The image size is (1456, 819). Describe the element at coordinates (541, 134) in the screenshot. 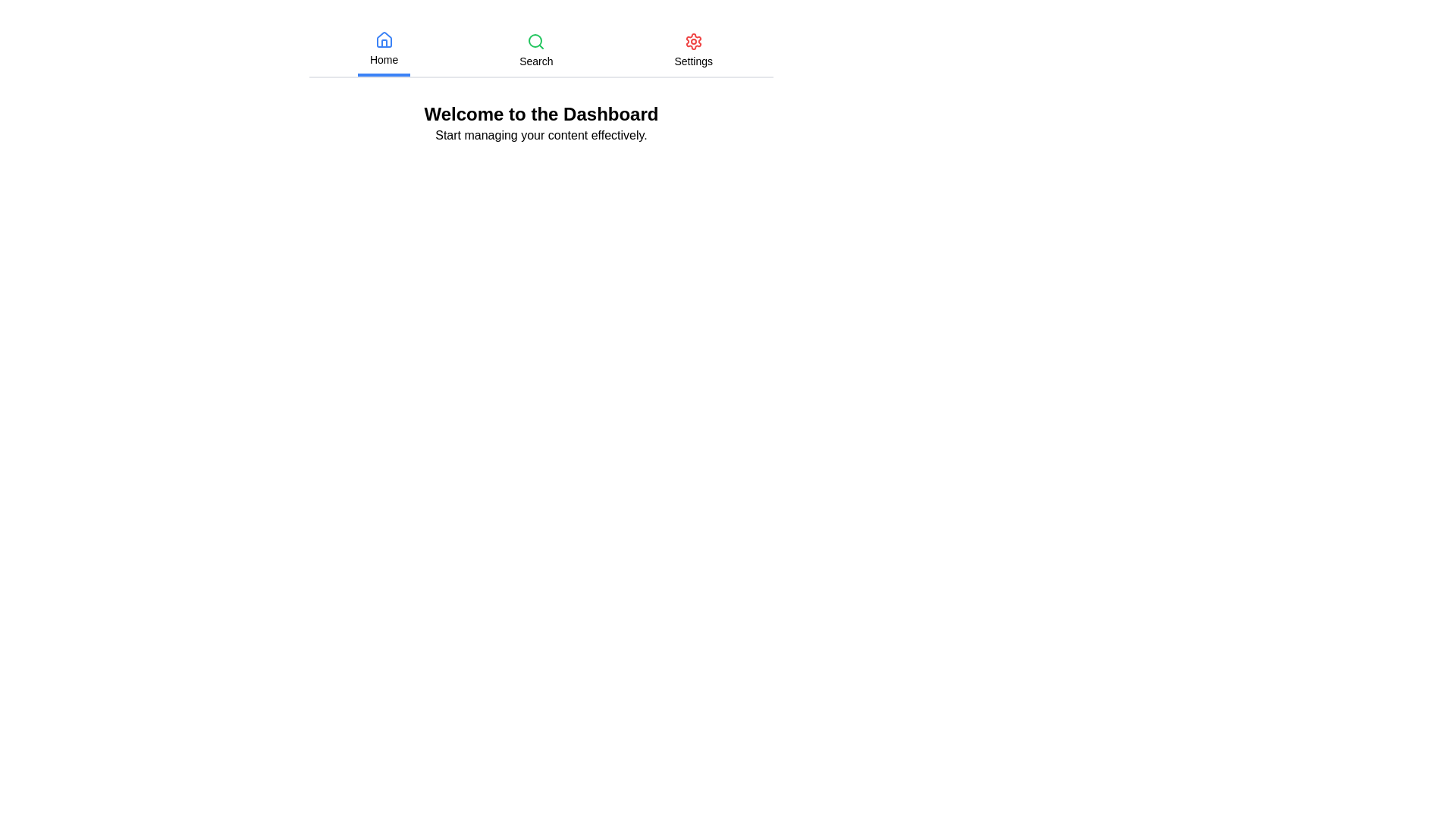

I see `the 'Start managing your content effectively.' text to interact with it` at that location.